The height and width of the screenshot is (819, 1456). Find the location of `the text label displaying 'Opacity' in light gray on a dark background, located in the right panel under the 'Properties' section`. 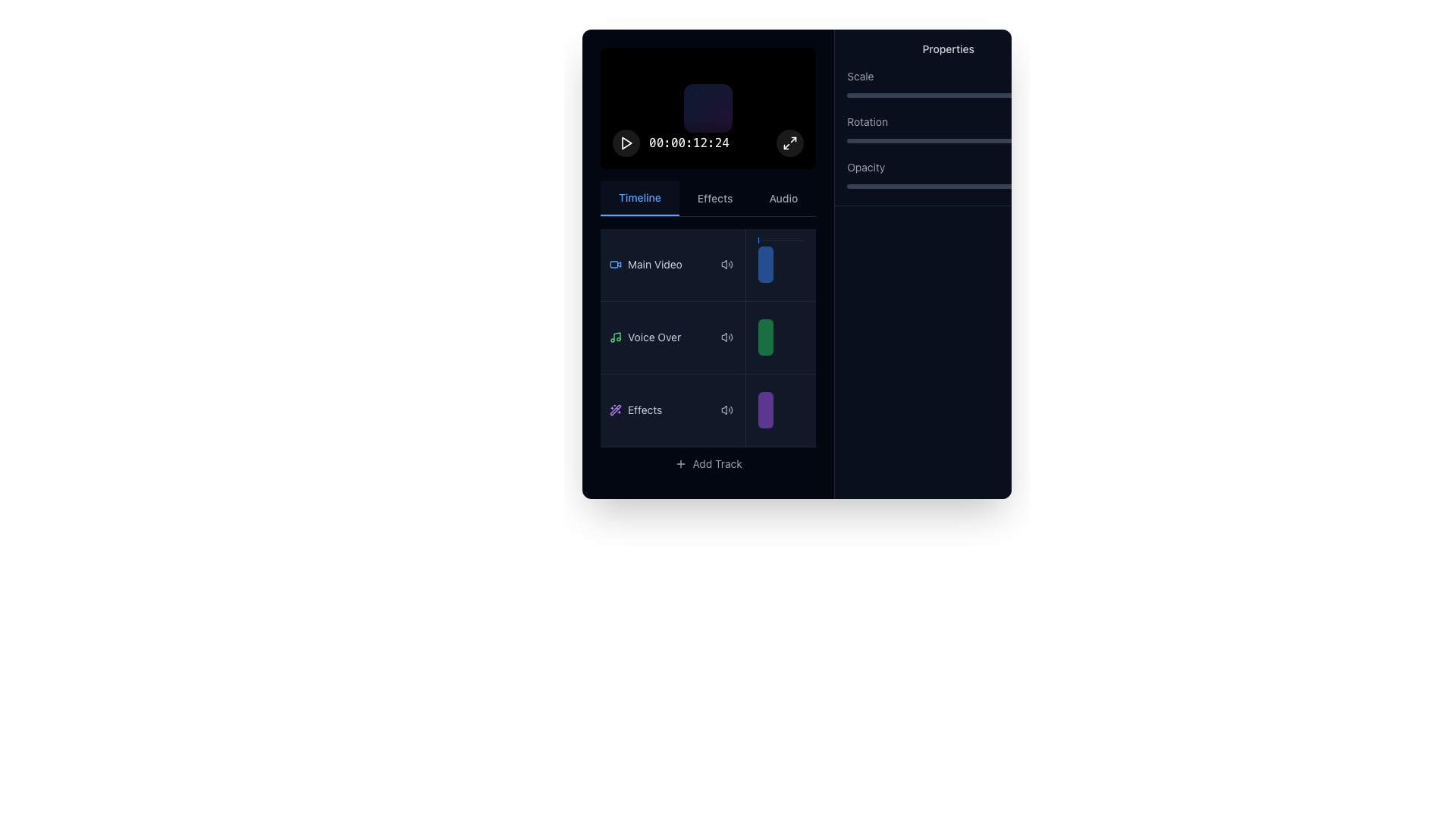

the text label displaying 'Opacity' in light gray on a dark background, located in the right panel under the 'Properties' section is located at coordinates (866, 167).